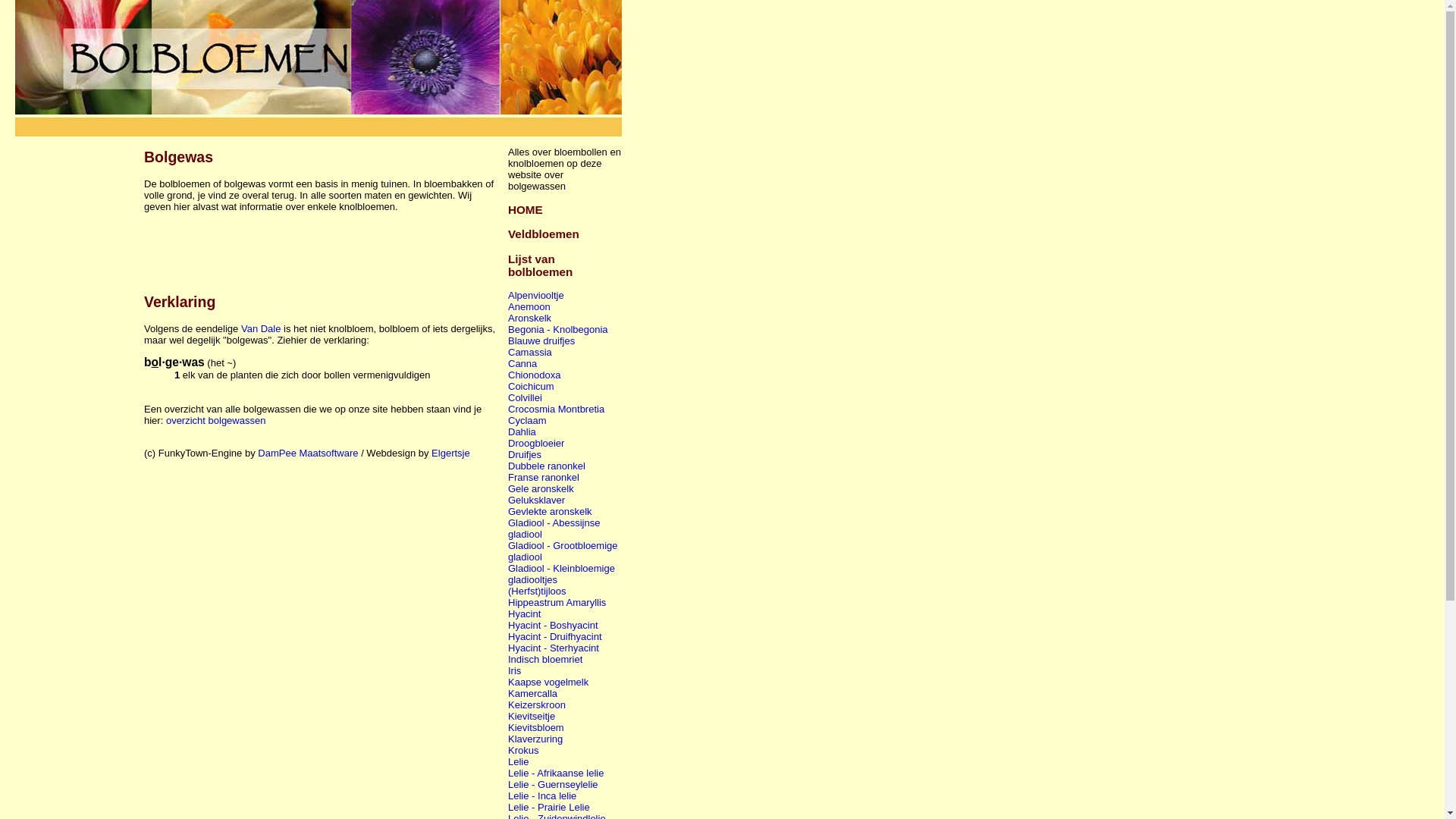 This screenshot has width=1456, height=819. I want to click on 'DamPee Maatsoftware', so click(307, 452).